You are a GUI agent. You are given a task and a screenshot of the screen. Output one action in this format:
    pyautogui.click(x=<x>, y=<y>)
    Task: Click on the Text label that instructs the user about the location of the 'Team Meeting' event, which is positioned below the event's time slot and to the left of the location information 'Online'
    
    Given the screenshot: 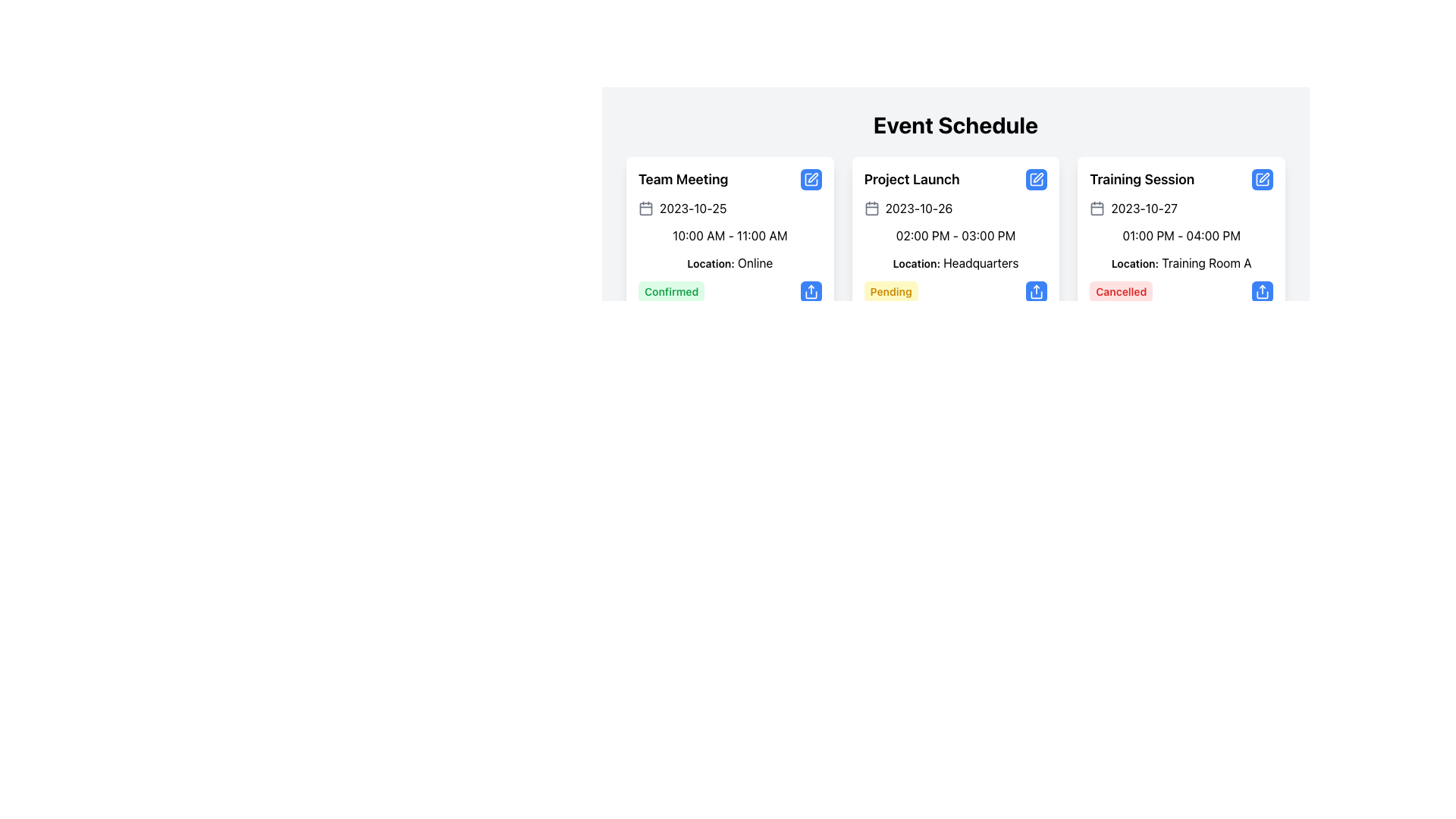 What is the action you would take?
    pyautogui.click(x=710, y=262)
    